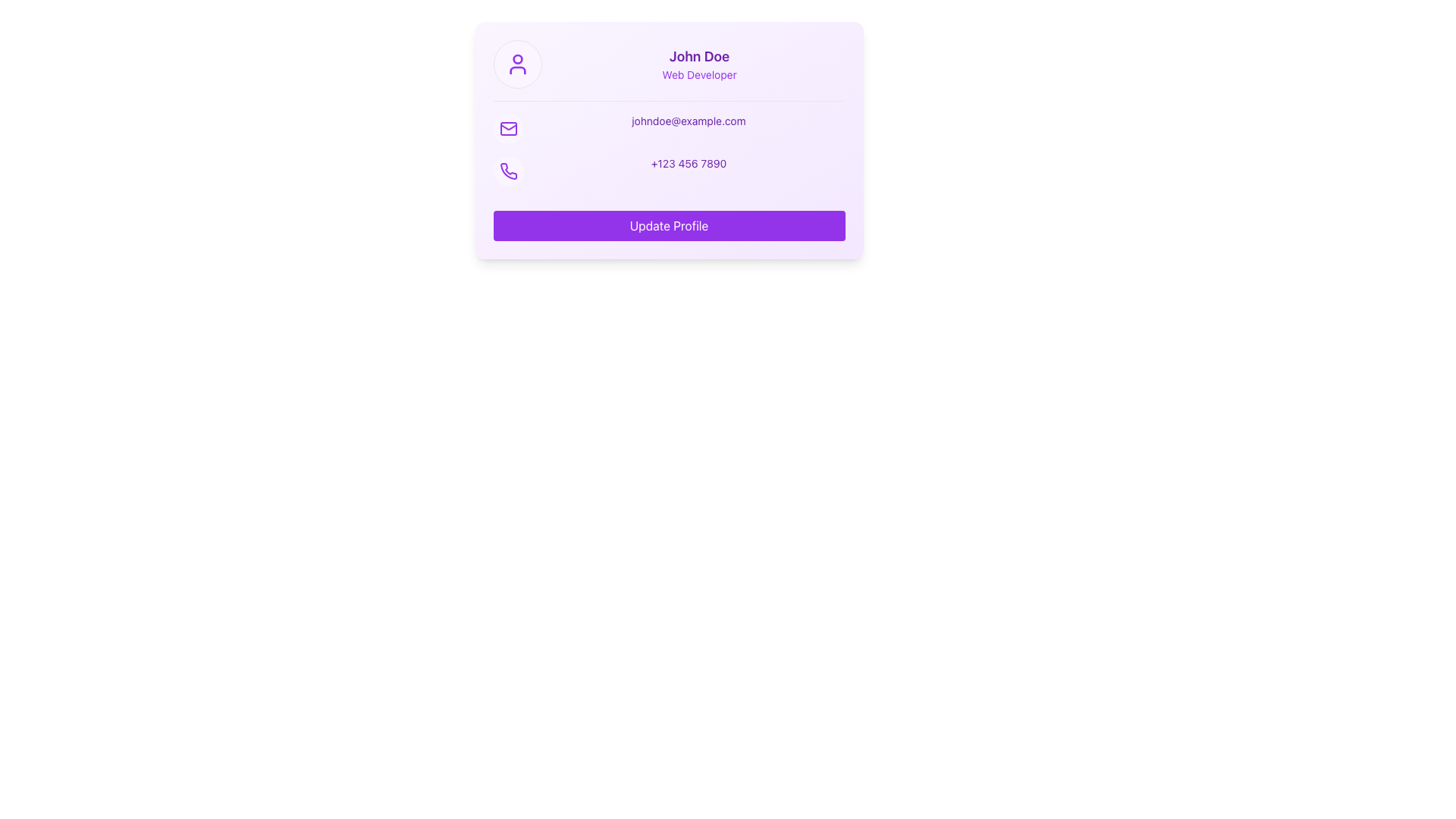 The width and height of the screenshot is (1456, 819). What do you see at coordinates (517, 63) in the screenshot?
I see `the user profile icon located at the top of the profile card, above the text labeled 'John Doe'` at bounding box center [517, 63].